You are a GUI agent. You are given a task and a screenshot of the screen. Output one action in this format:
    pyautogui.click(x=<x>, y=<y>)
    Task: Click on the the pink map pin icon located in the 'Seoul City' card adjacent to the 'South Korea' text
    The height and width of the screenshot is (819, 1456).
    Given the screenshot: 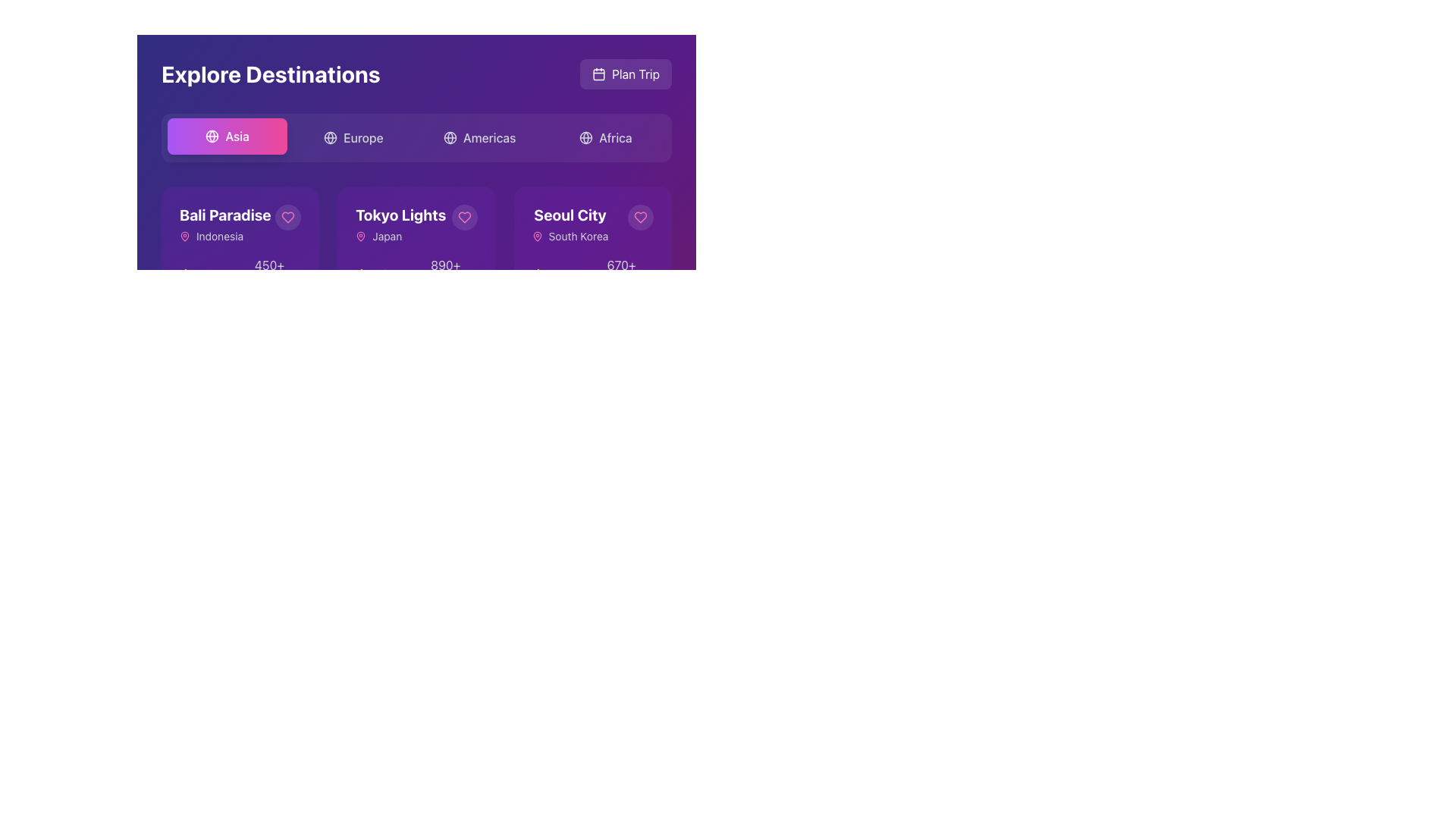 What is the action you would take?
    pyautogui.click(x=537, y=237)
    